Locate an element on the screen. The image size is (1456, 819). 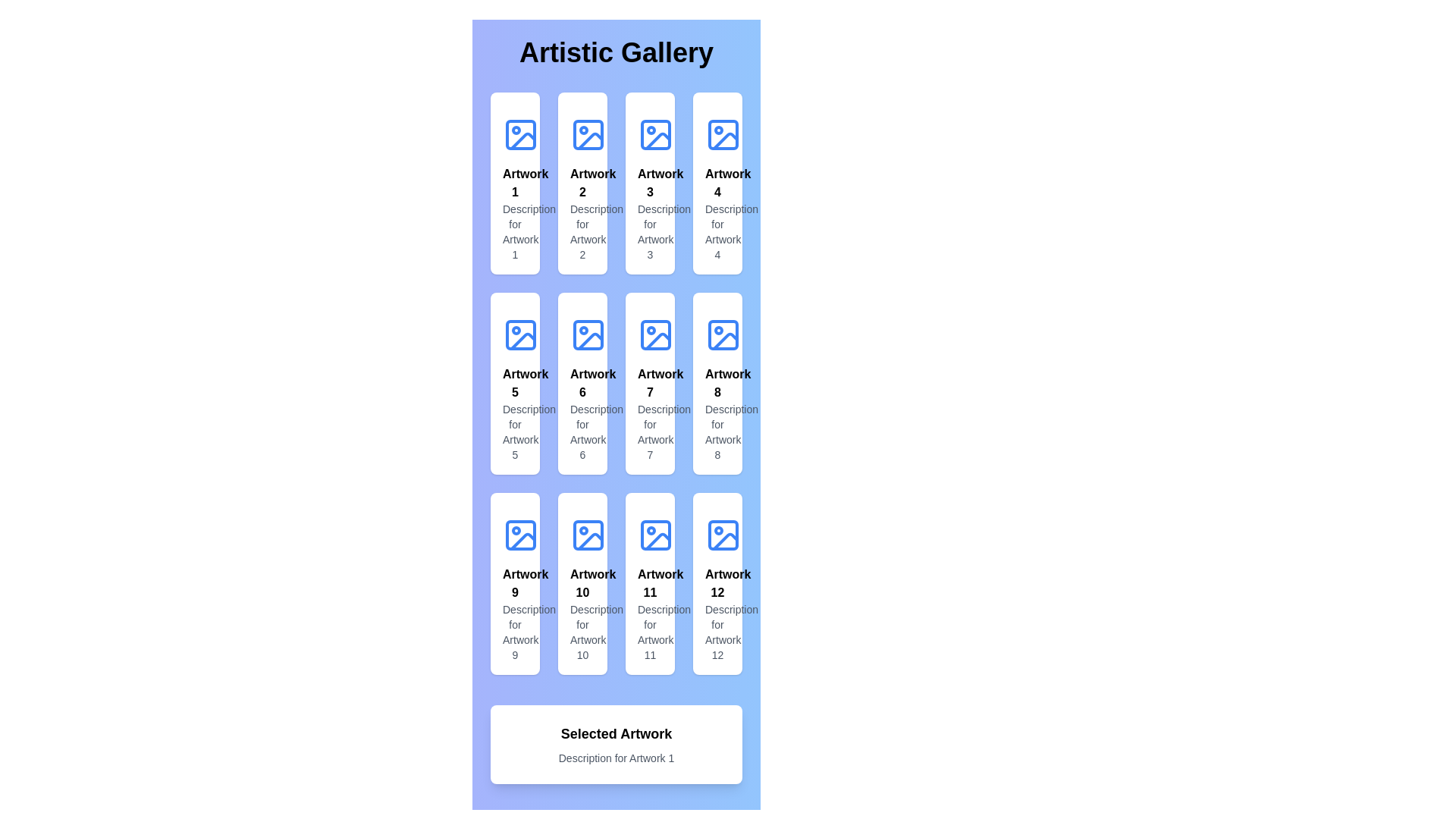
the image preview icon located at the central upper position of the 'Artwork 9' card is located at coordinates (520, 534).